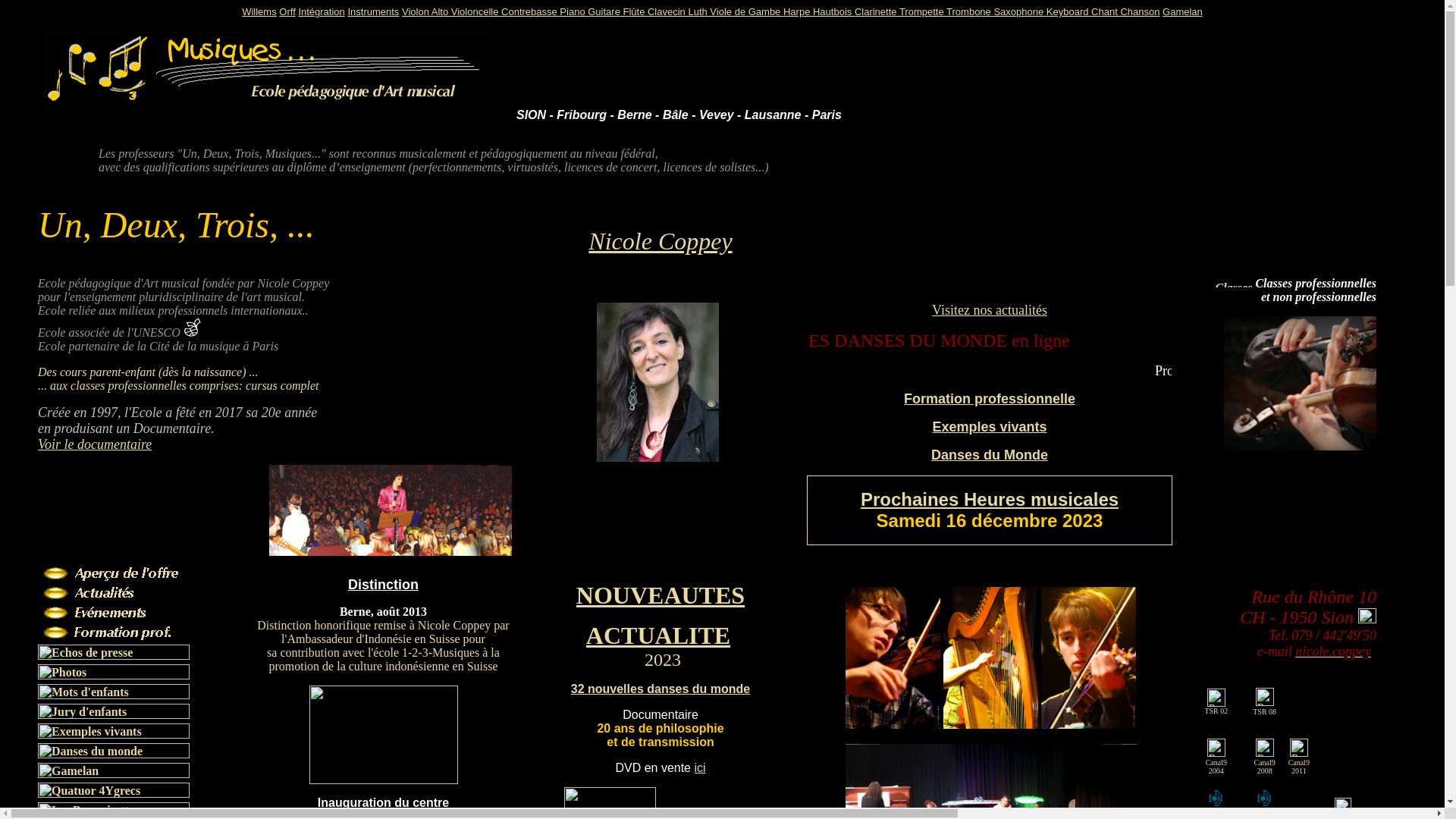  I want to click on 'Formation professionnelle', so click(990, 397).